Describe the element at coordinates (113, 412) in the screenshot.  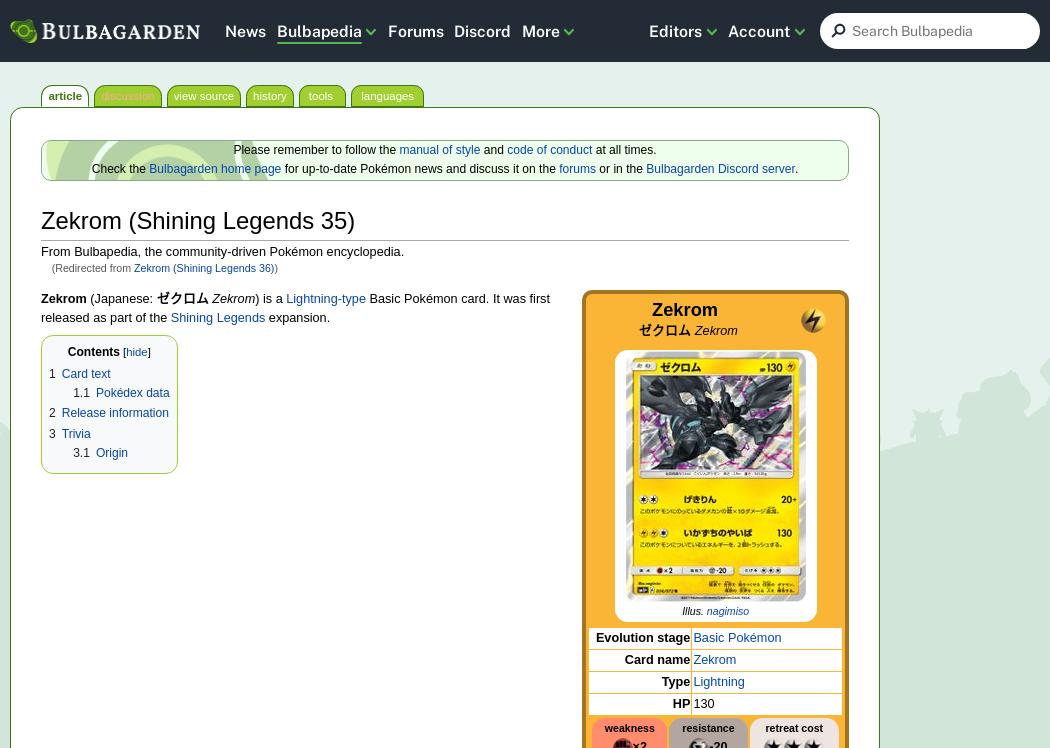
I see `'Release information'` at that location.